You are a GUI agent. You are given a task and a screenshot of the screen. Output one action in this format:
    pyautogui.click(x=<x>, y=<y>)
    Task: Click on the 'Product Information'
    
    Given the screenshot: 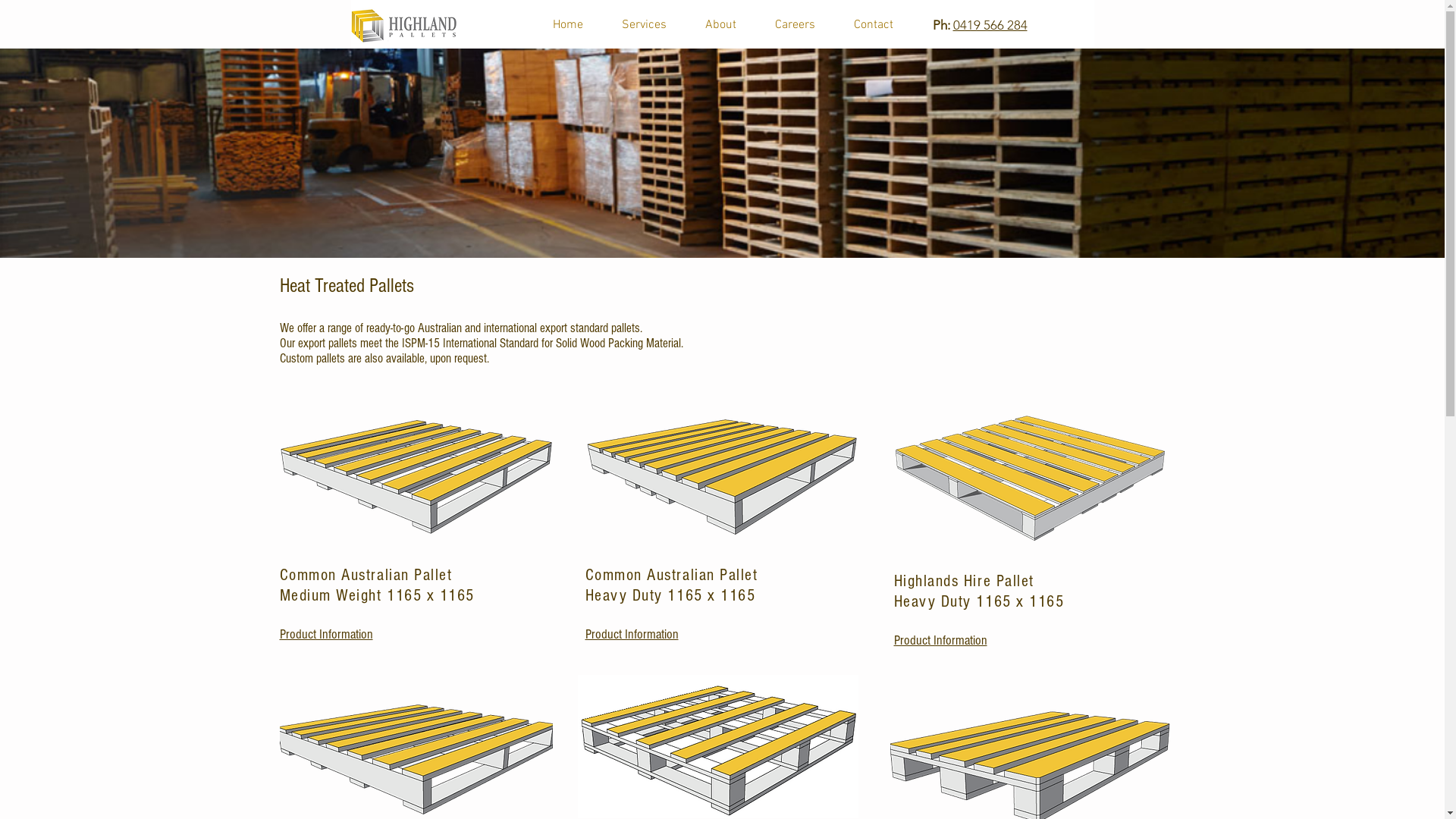 What is the action you would take?
    pyautogui.click(x=632, y=634)
    